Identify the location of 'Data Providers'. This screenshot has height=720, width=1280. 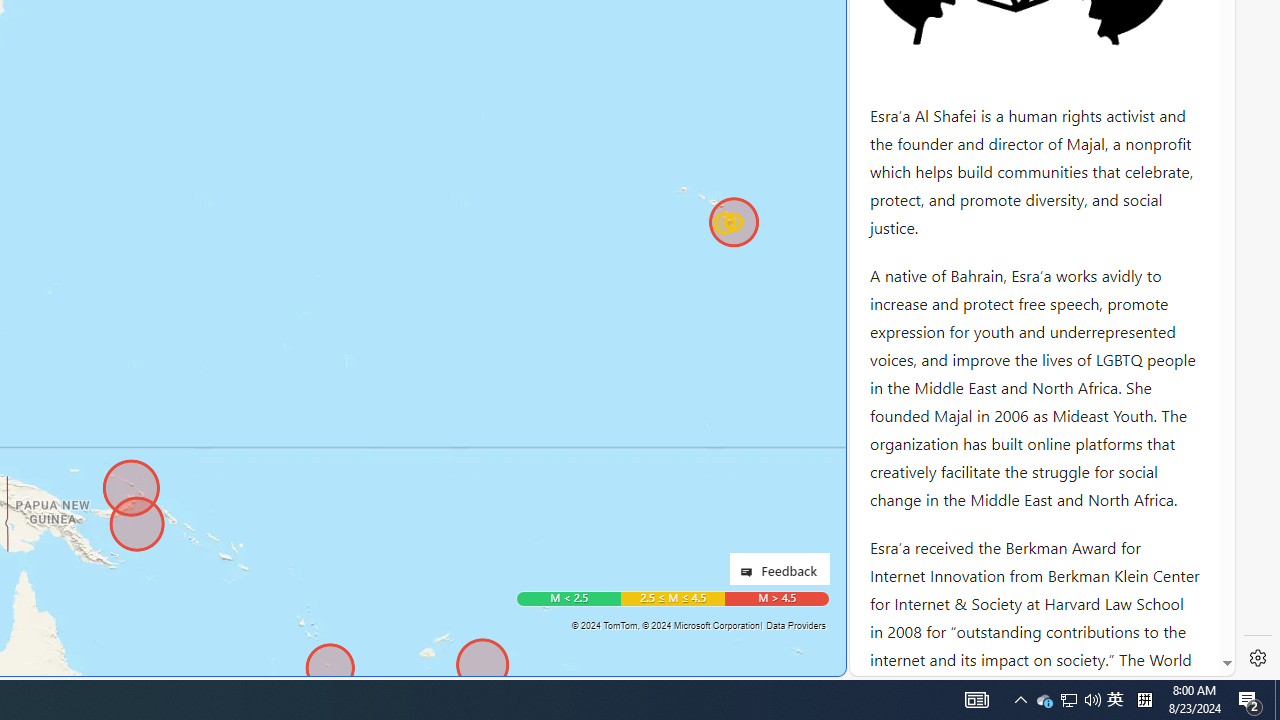
(794, 624).